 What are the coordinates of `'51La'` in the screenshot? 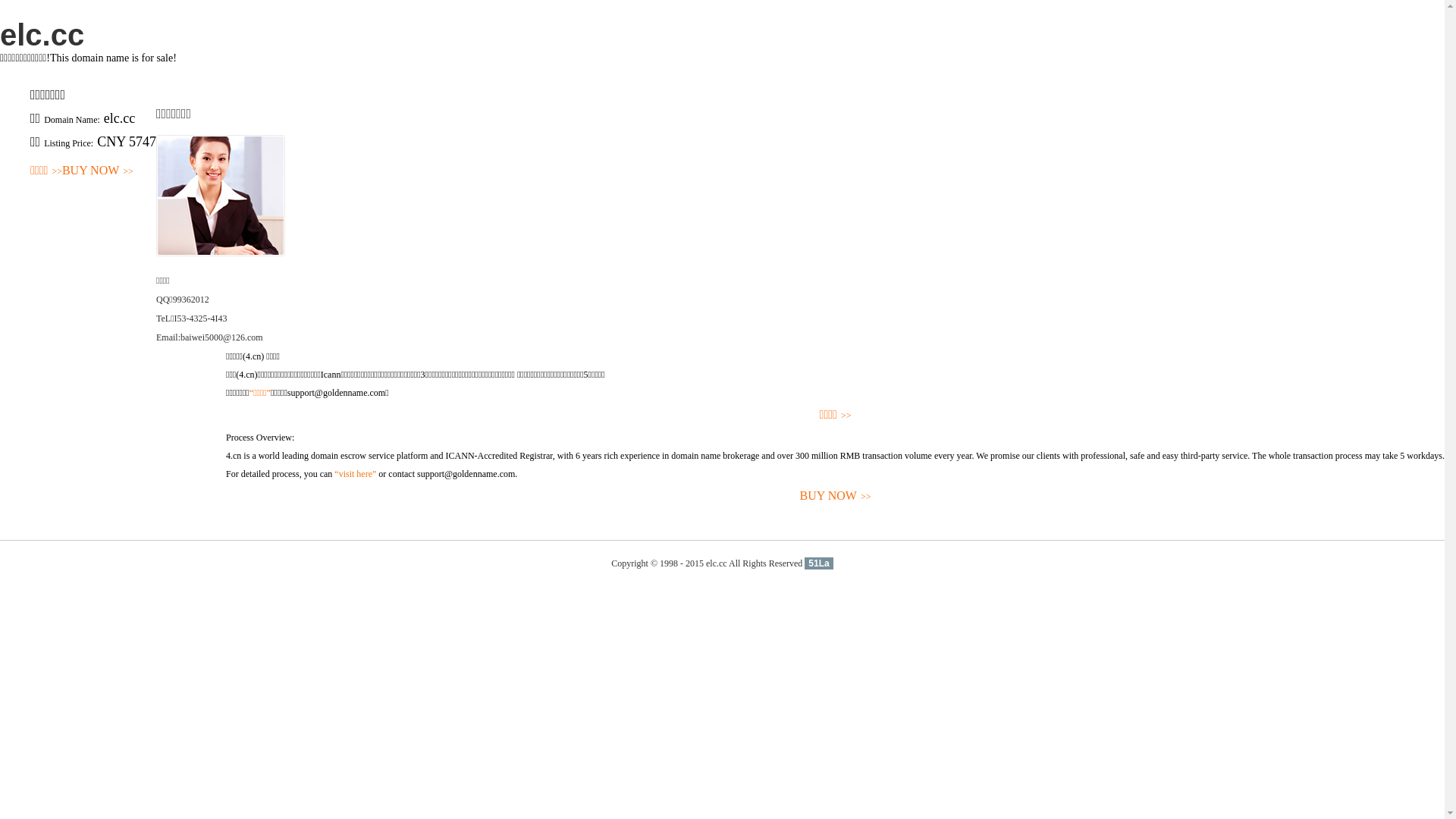 It's located at (817, 563).